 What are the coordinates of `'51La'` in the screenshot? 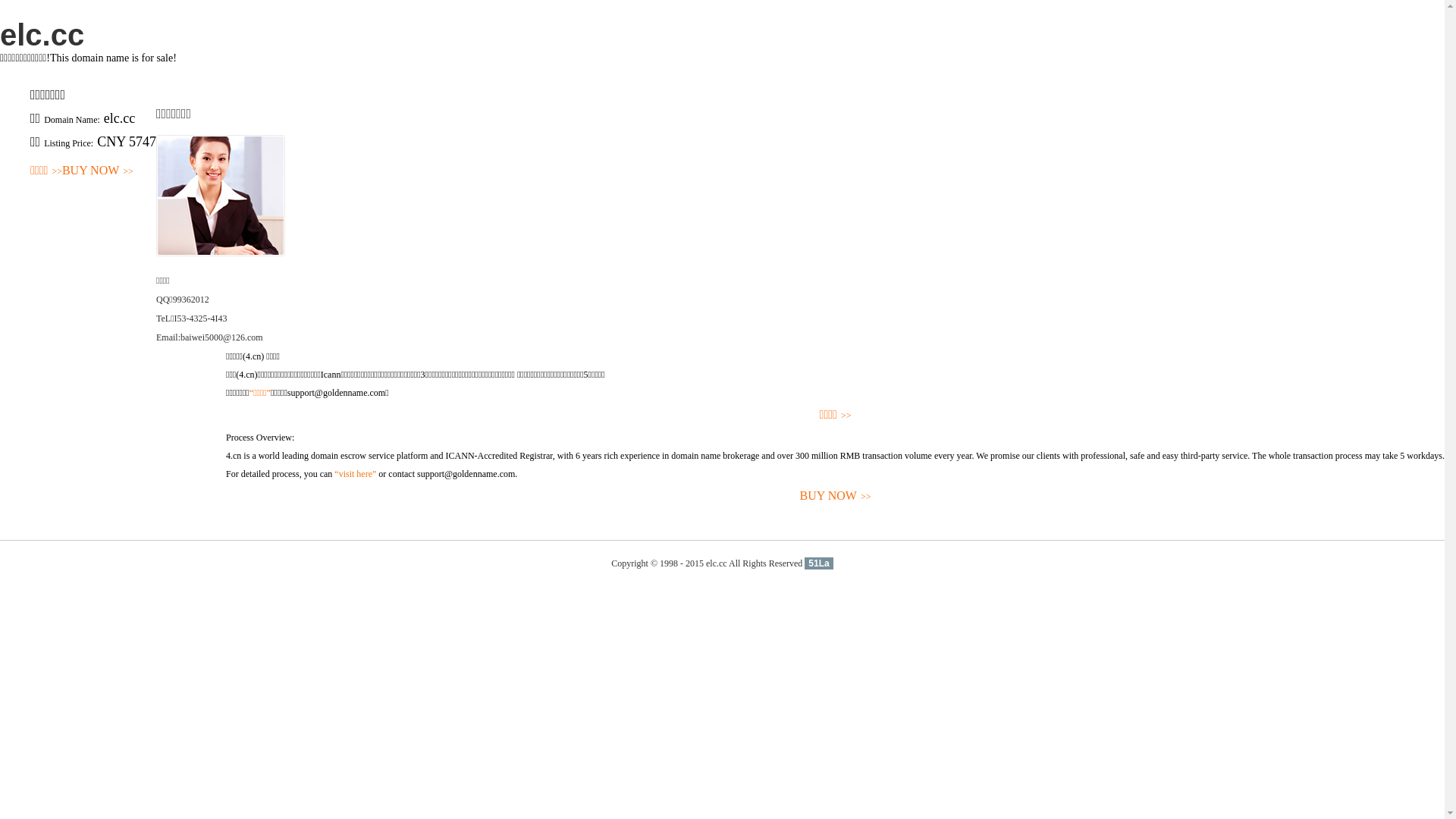 It's located at (817, 563).